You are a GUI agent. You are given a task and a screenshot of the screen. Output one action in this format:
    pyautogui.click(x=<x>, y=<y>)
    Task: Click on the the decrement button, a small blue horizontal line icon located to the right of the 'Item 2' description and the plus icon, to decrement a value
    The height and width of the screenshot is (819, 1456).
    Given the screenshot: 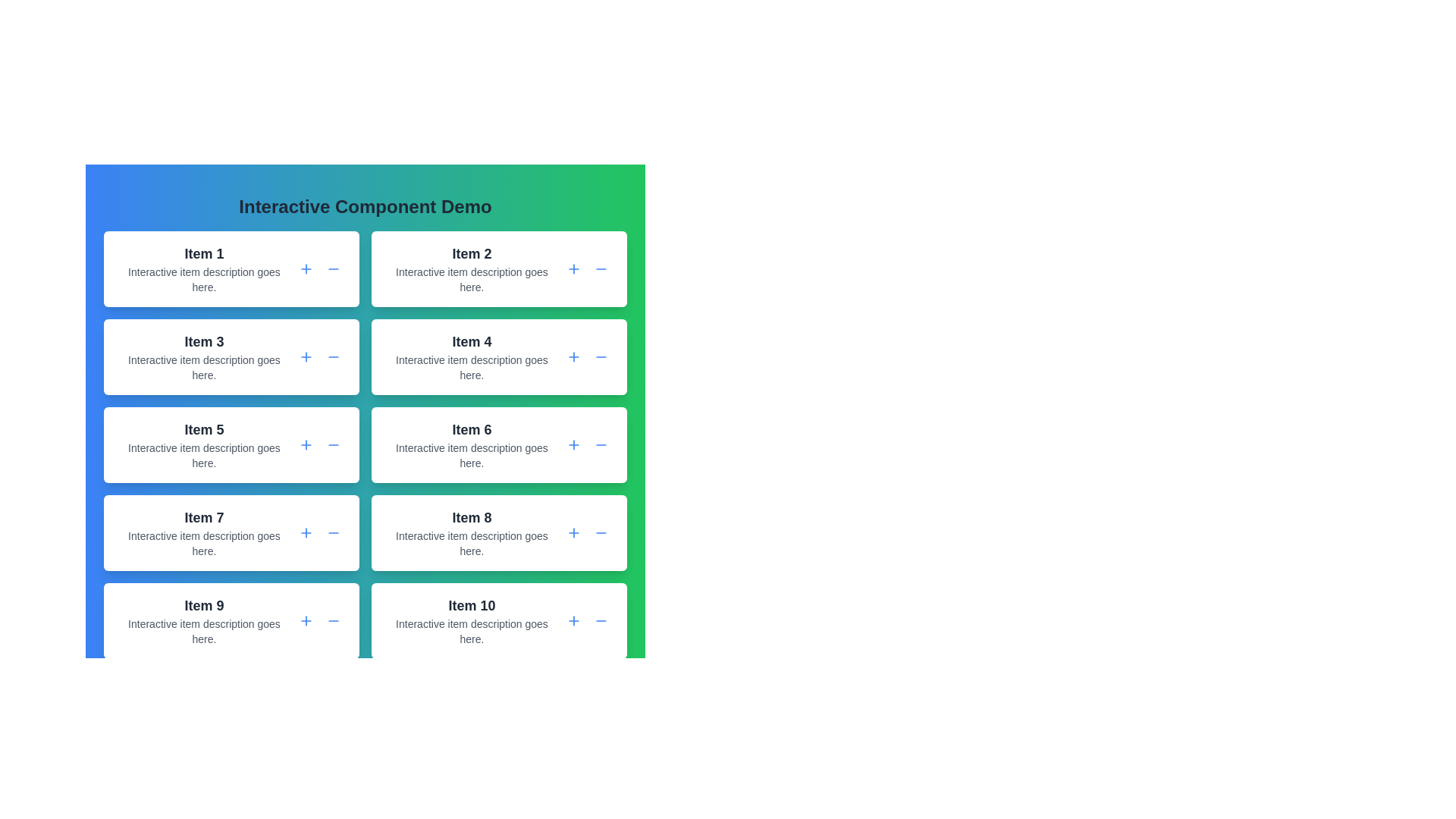 What is the action you would take?
    pyautogui.click(x=600, y=268)
    